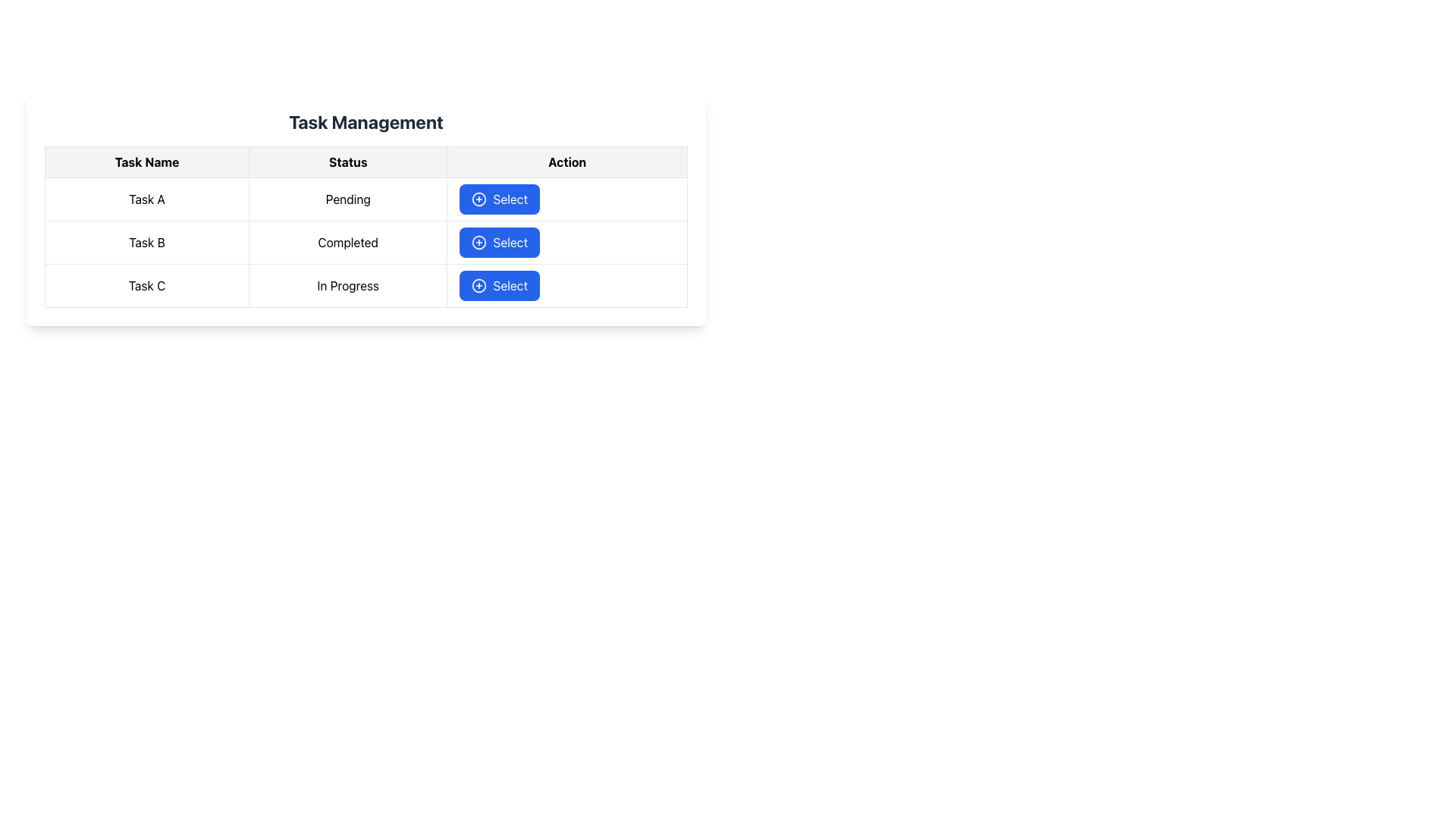 Image resolution: width=1456 pixels, height=819 pixels. I want to click on the circular '+' icon, which is part of the 'Select' button in the first row of the 'Action' column of the table, so click(479, 198).